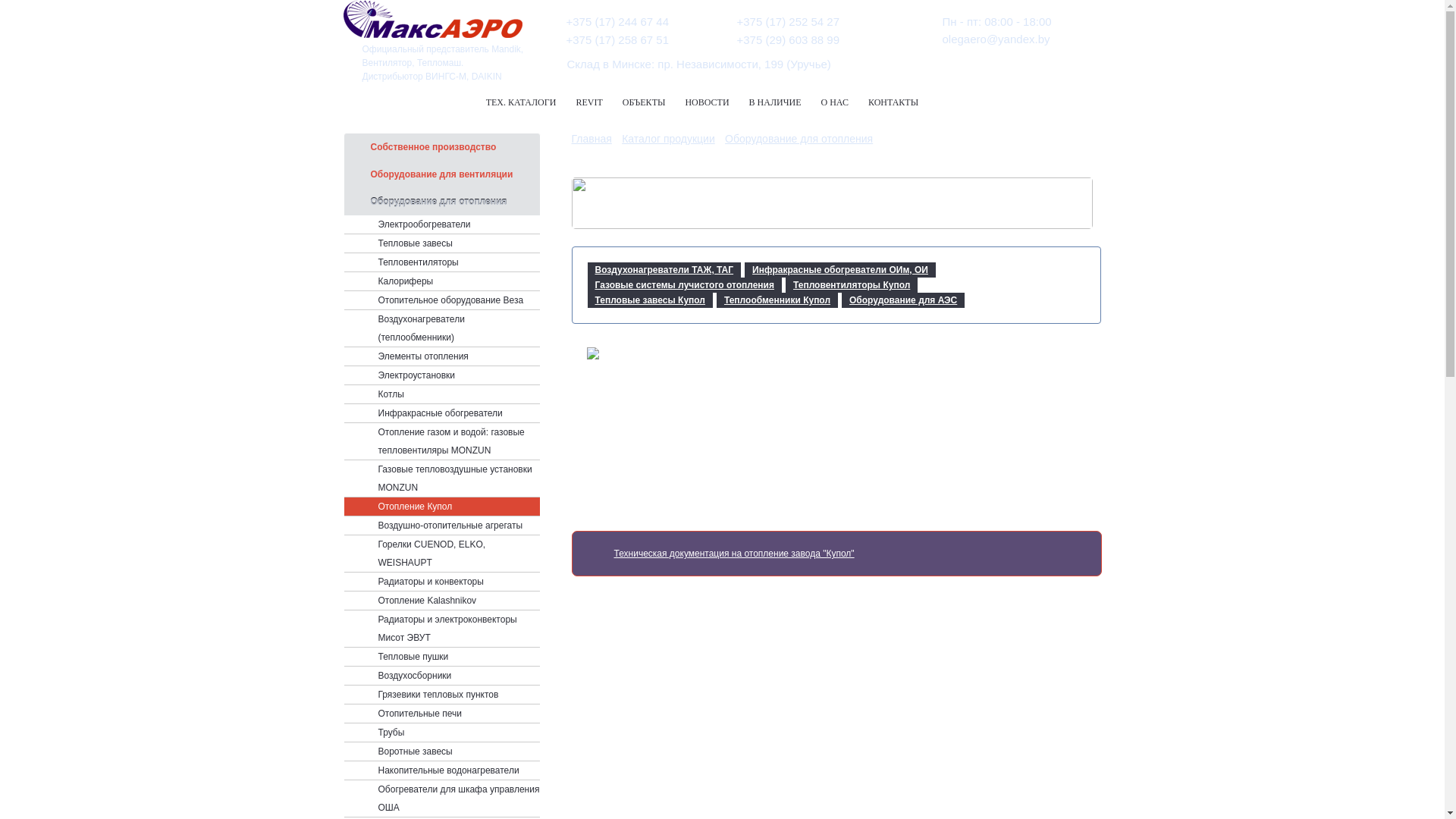 Image resolution: width=1456 pixels, height=819 pixels. What do you see at coordinates (941, 38) in the screenshot?
I see `'olegaero@yandex.by'` at bounding box center [941, 38].